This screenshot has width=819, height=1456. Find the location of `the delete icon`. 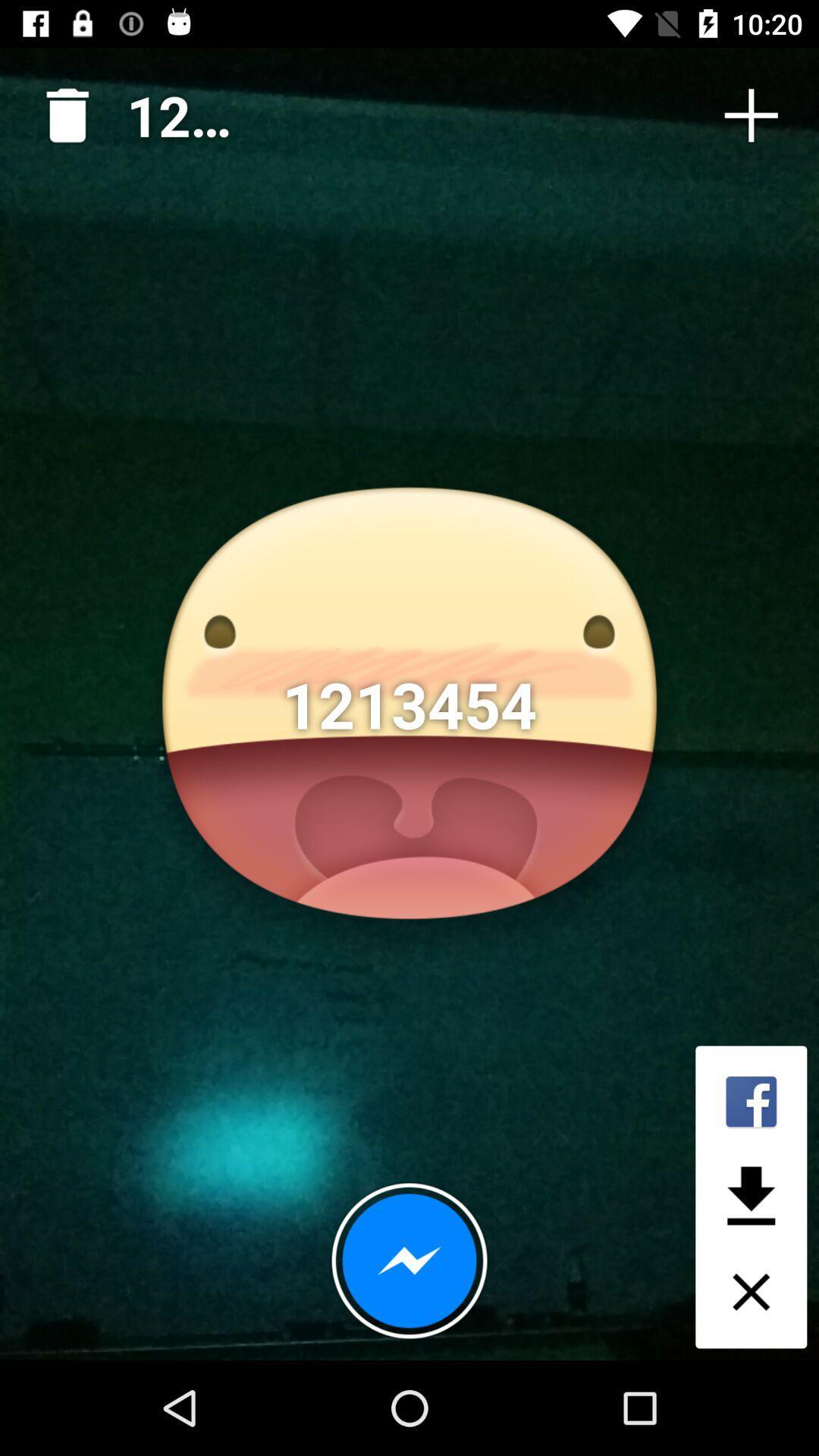

the delete icon is located at coordinates (61, 108).